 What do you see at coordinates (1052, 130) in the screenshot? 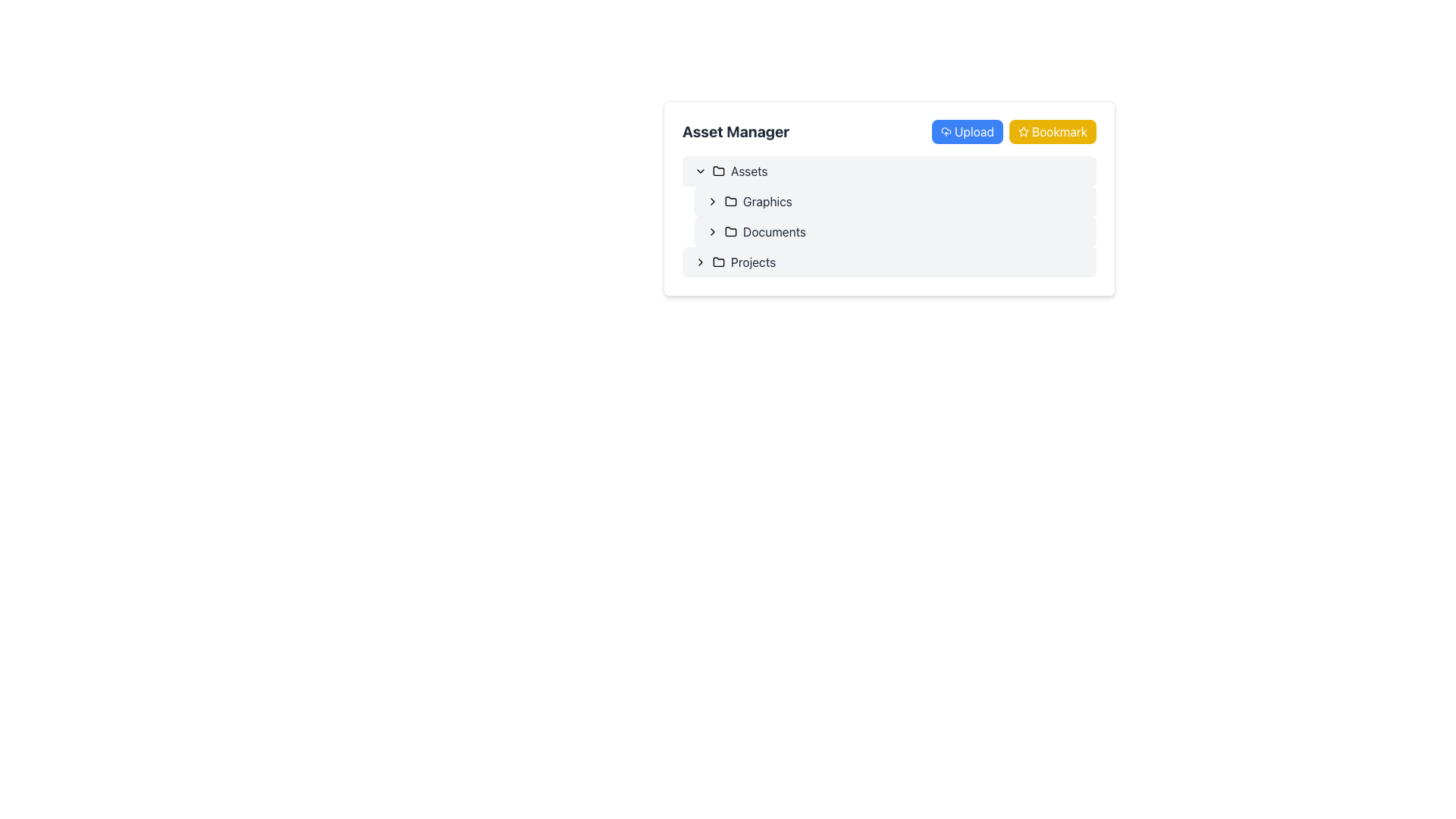
I see `the bookmark button located on the right side of the layout` at bounding box center [1052, 130].